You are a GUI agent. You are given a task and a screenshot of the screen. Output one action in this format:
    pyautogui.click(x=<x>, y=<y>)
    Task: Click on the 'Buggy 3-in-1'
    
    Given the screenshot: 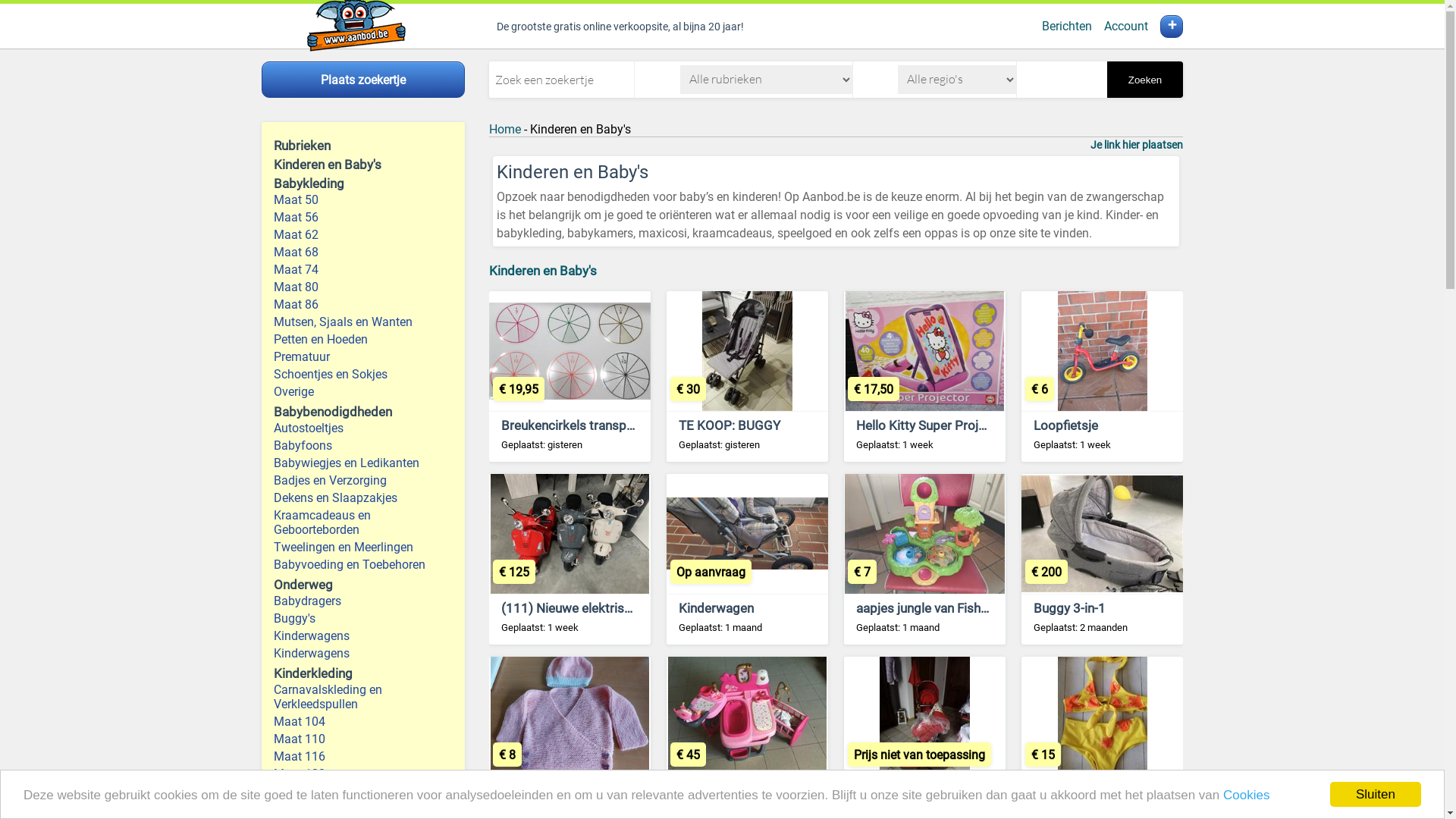 What is the action you would take?
    pyautogui.click(x=1068, y=607)
    